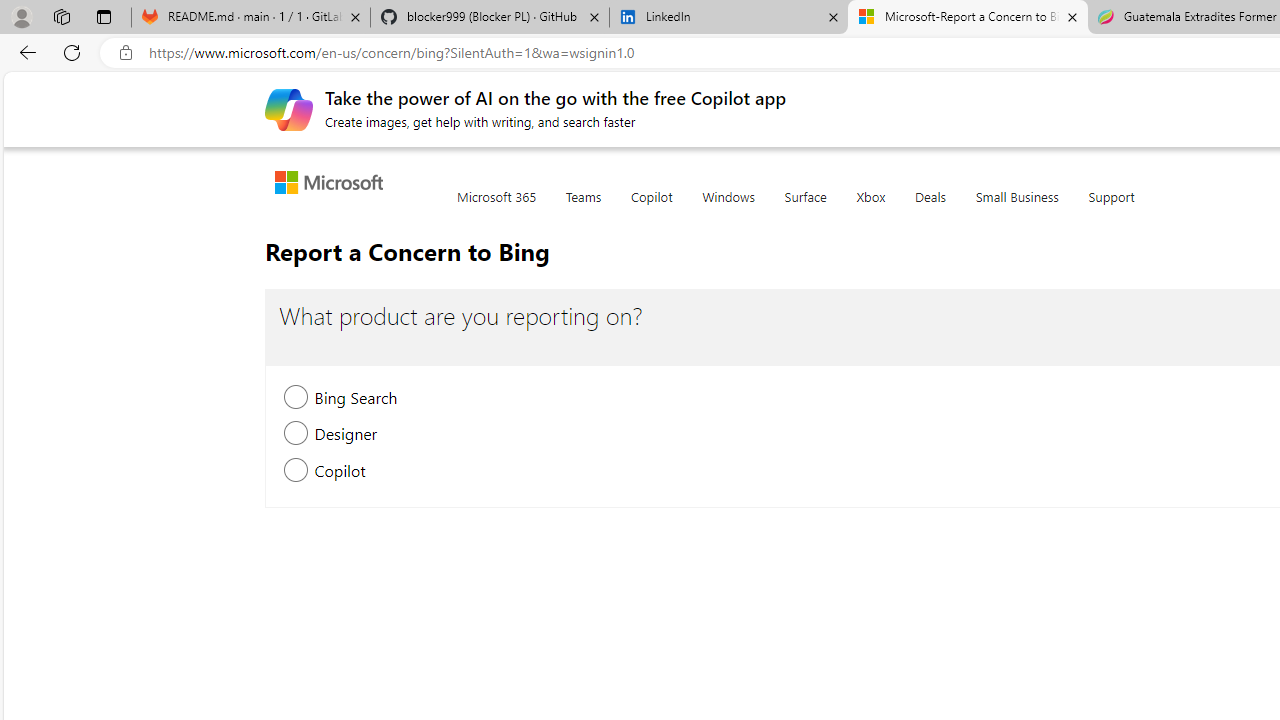 This screenshot has height=720, width=1280. I want to click on 'Teams', so click(582, 208).